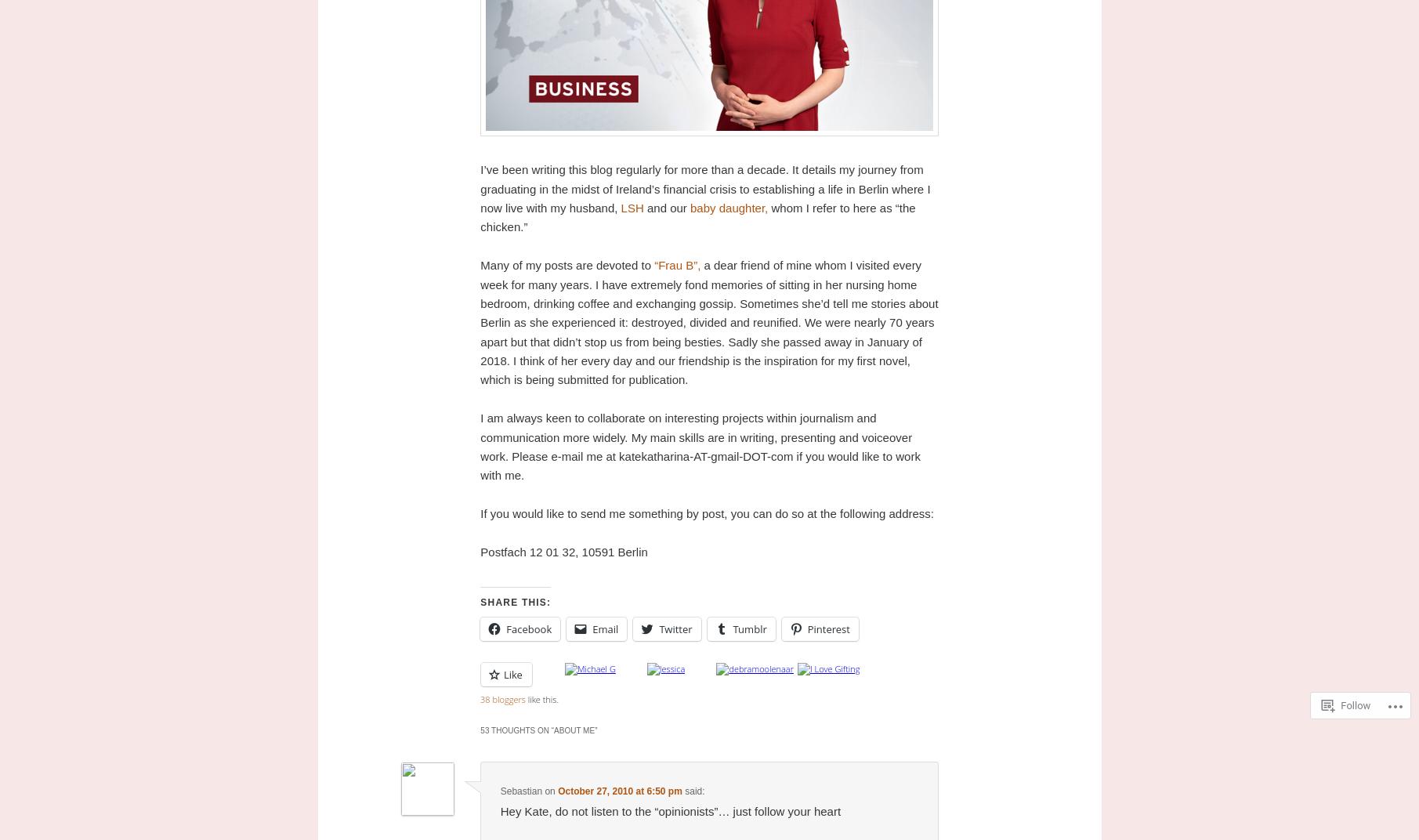 Image resolution: width=1419 pixels, height=840 pixels. I want to click on 'on', so click(549, 791).